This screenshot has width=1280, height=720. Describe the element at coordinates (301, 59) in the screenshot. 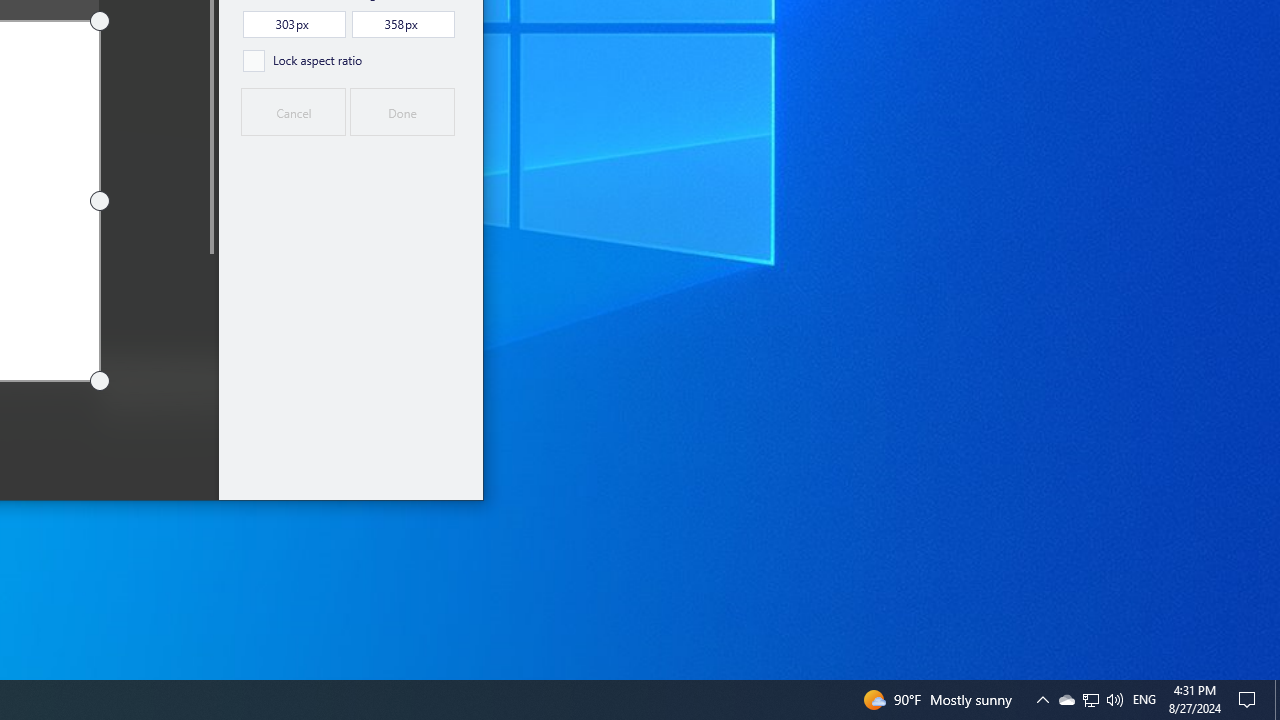

I see `'Lock aspect ratio'` at that location.